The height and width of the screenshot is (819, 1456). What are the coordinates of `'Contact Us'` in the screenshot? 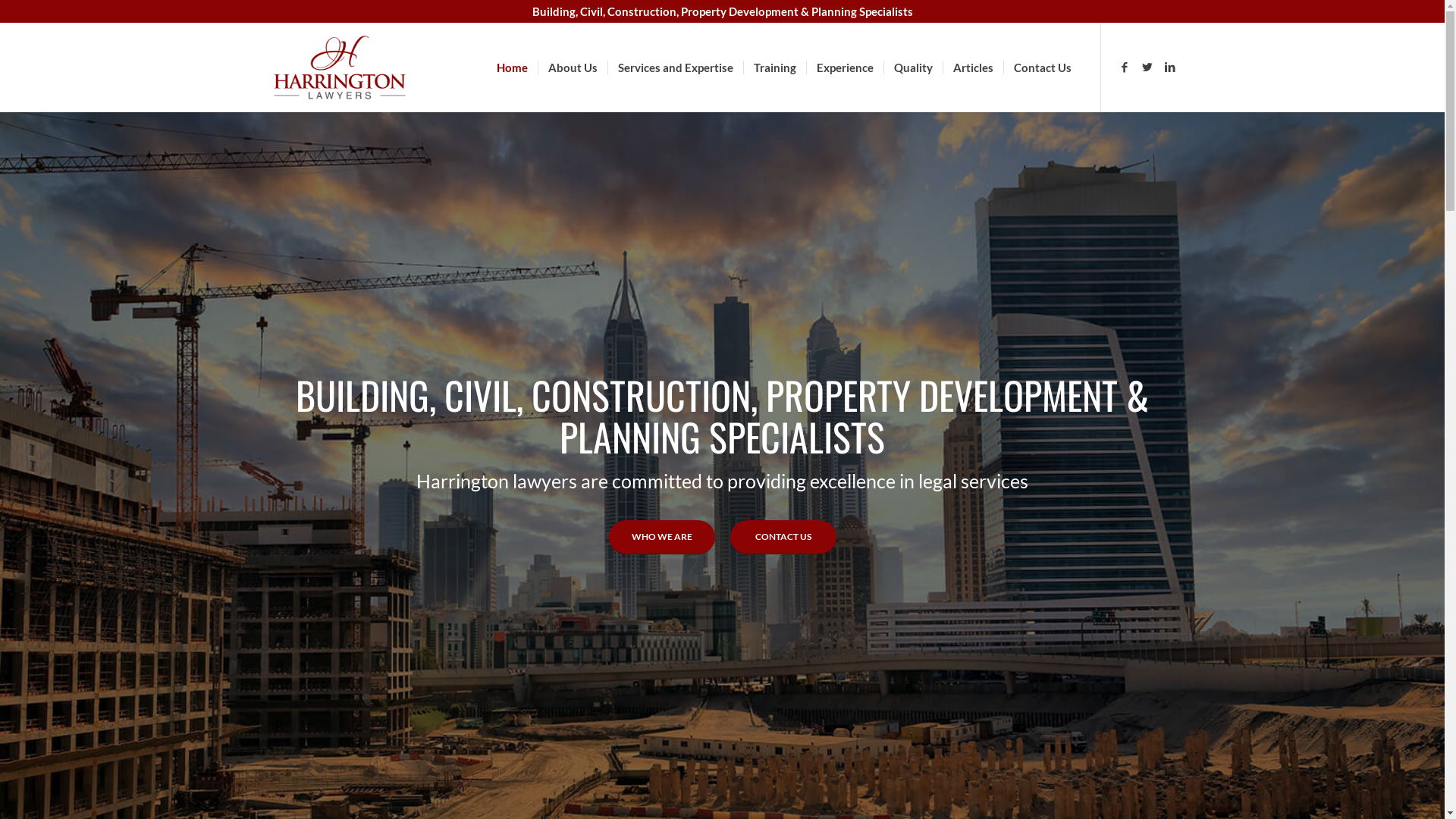 It's located at (1040, 66).